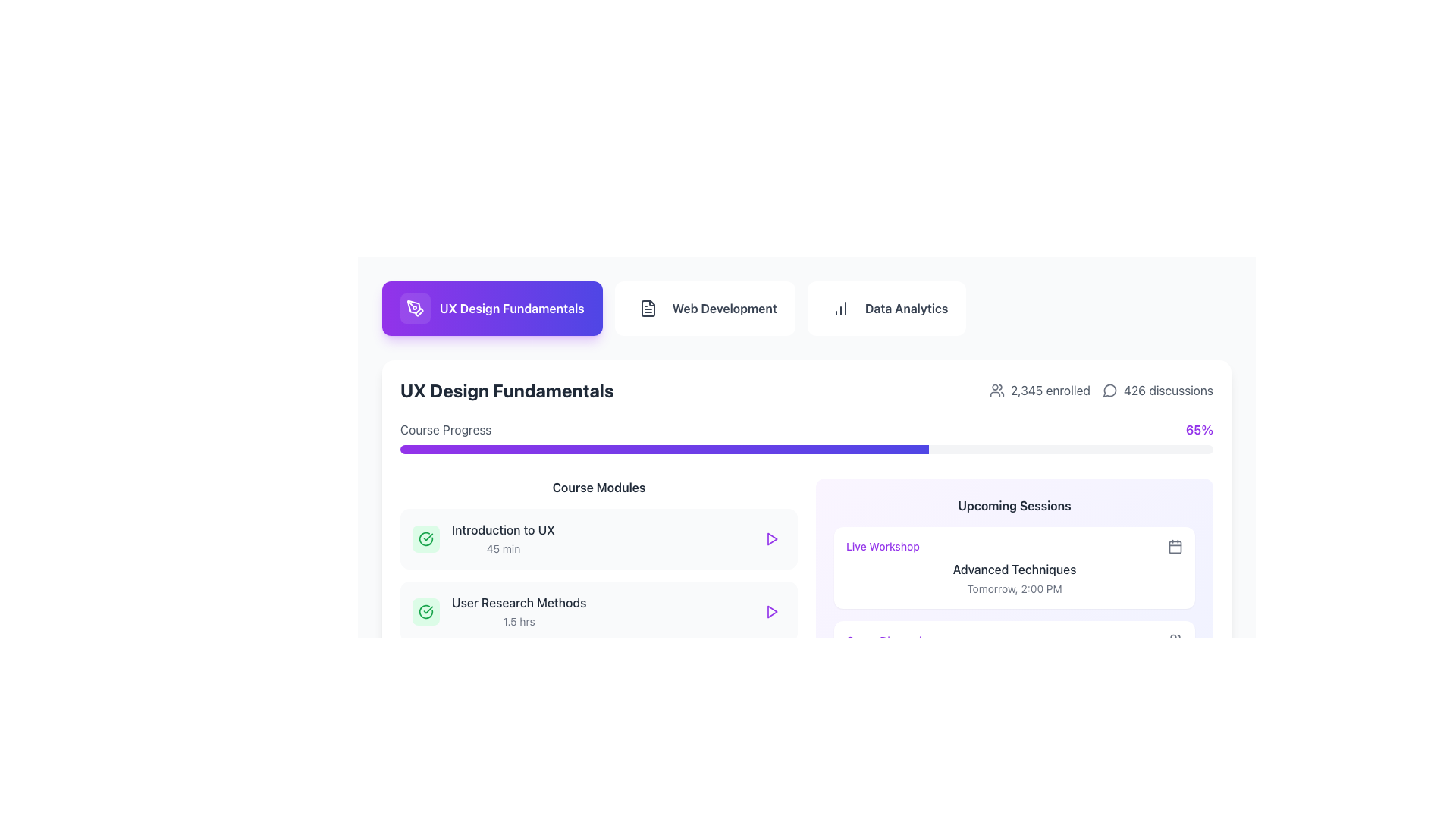 This screenshot has width=1456, height=819. I want to click on the progress level of the progress bar located beneath the 'Course Progress' heading, which visually represents the activity's completion percentage, so click(664, 449).